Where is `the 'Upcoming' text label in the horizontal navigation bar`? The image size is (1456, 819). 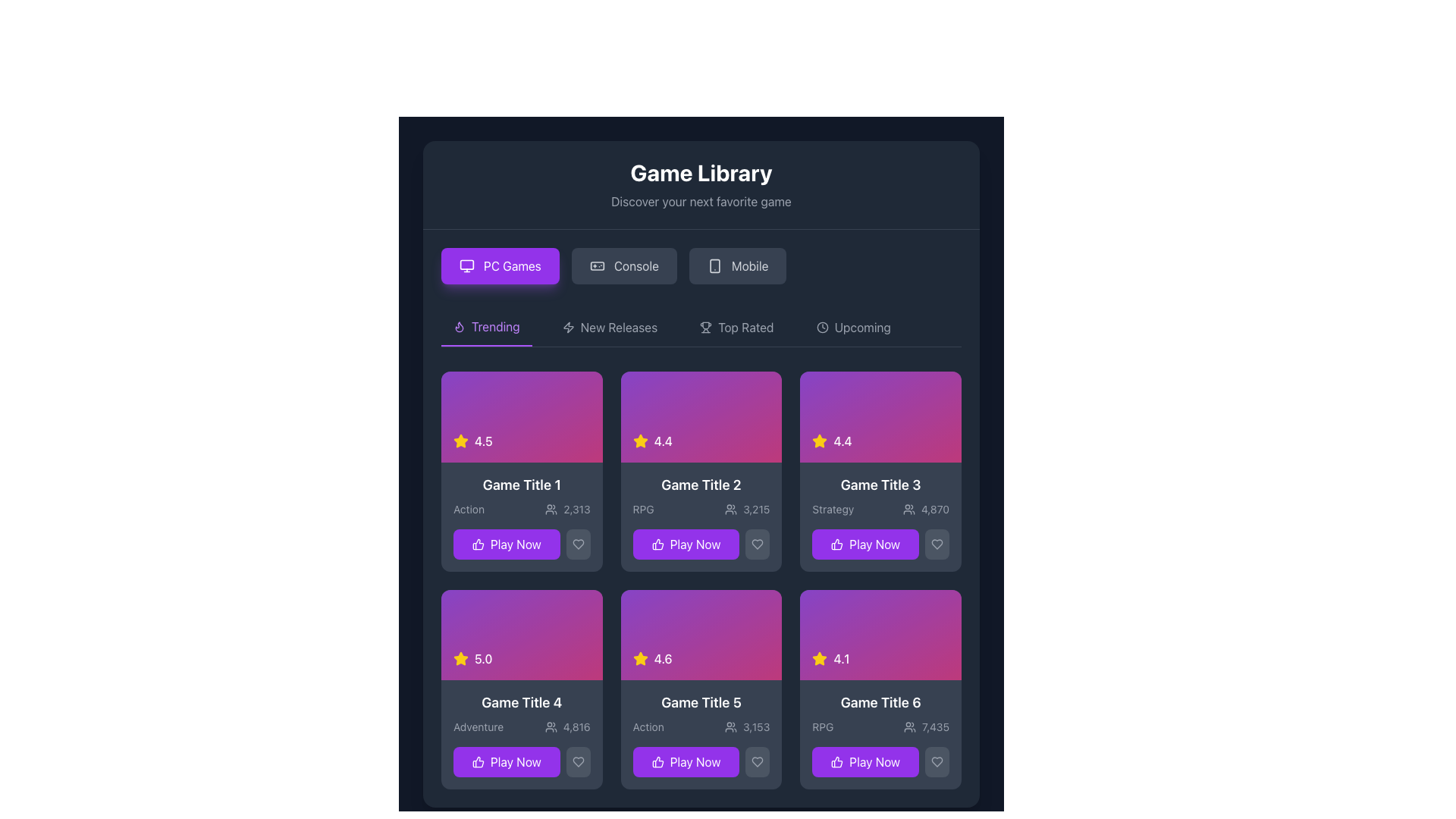
the 'Upcoming' text label in the horizontal navigation bar is located at coordinates (862, 327).